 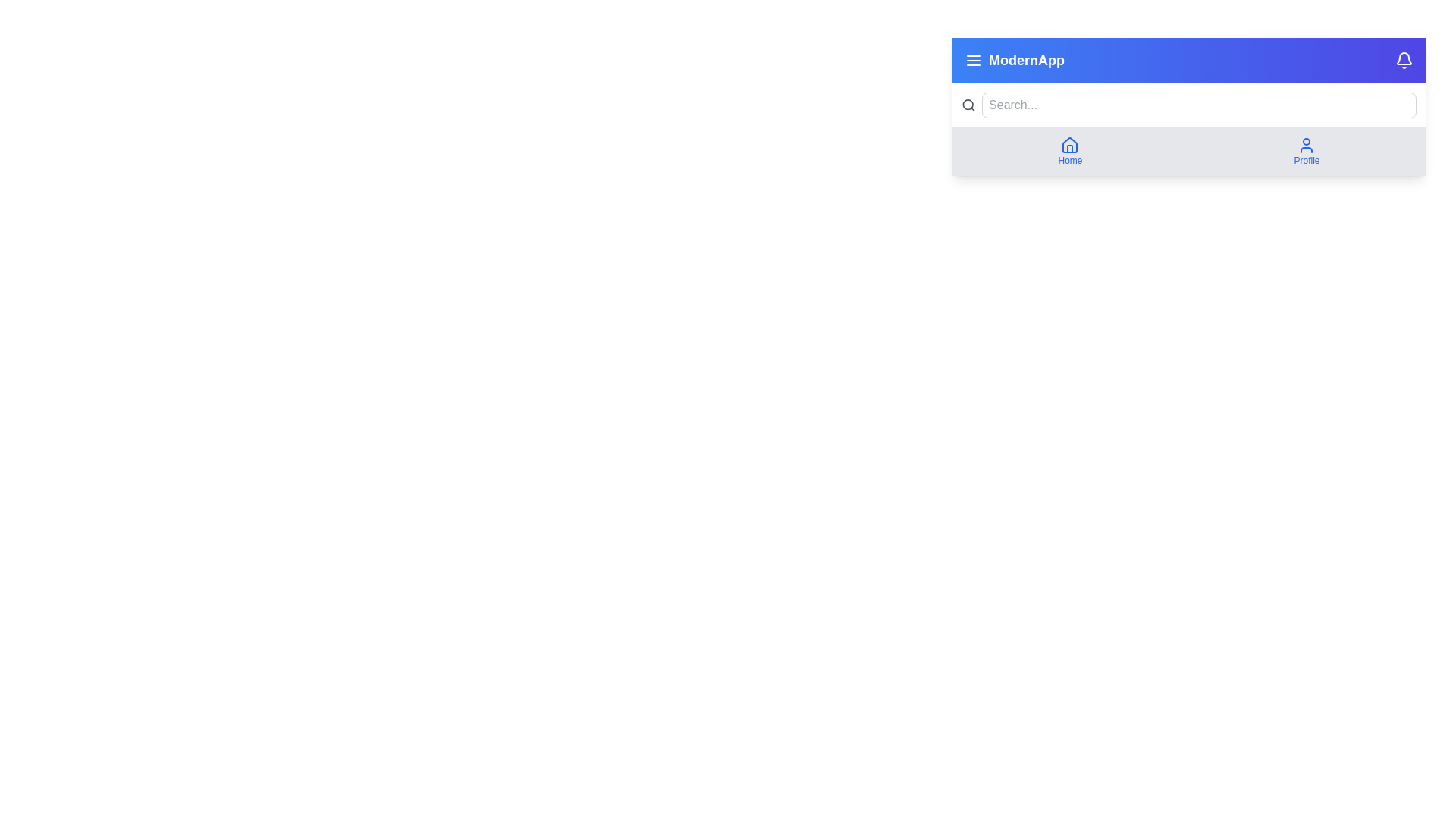 What do you see at coordinates (1069, 152) in the screenshot?
I see `the 'Home' button, which is a blue house icon above the word 'Home' in blue text, located in the navigation bar at the top of the interface` at bounding box center [1069, 152].